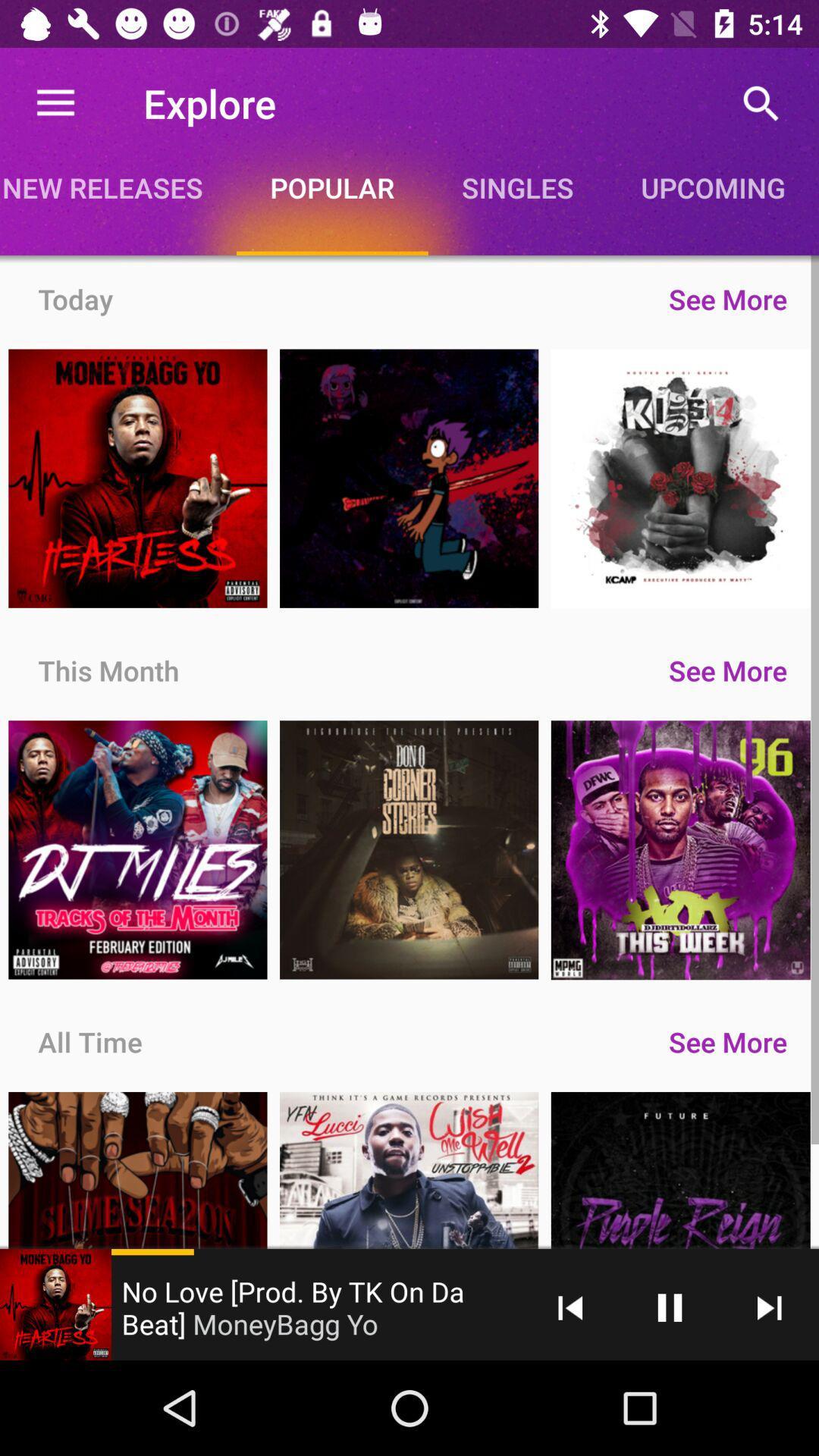  Describe the element at coordinates (331, 187) in the screenshot. I see `popular app` at that location.